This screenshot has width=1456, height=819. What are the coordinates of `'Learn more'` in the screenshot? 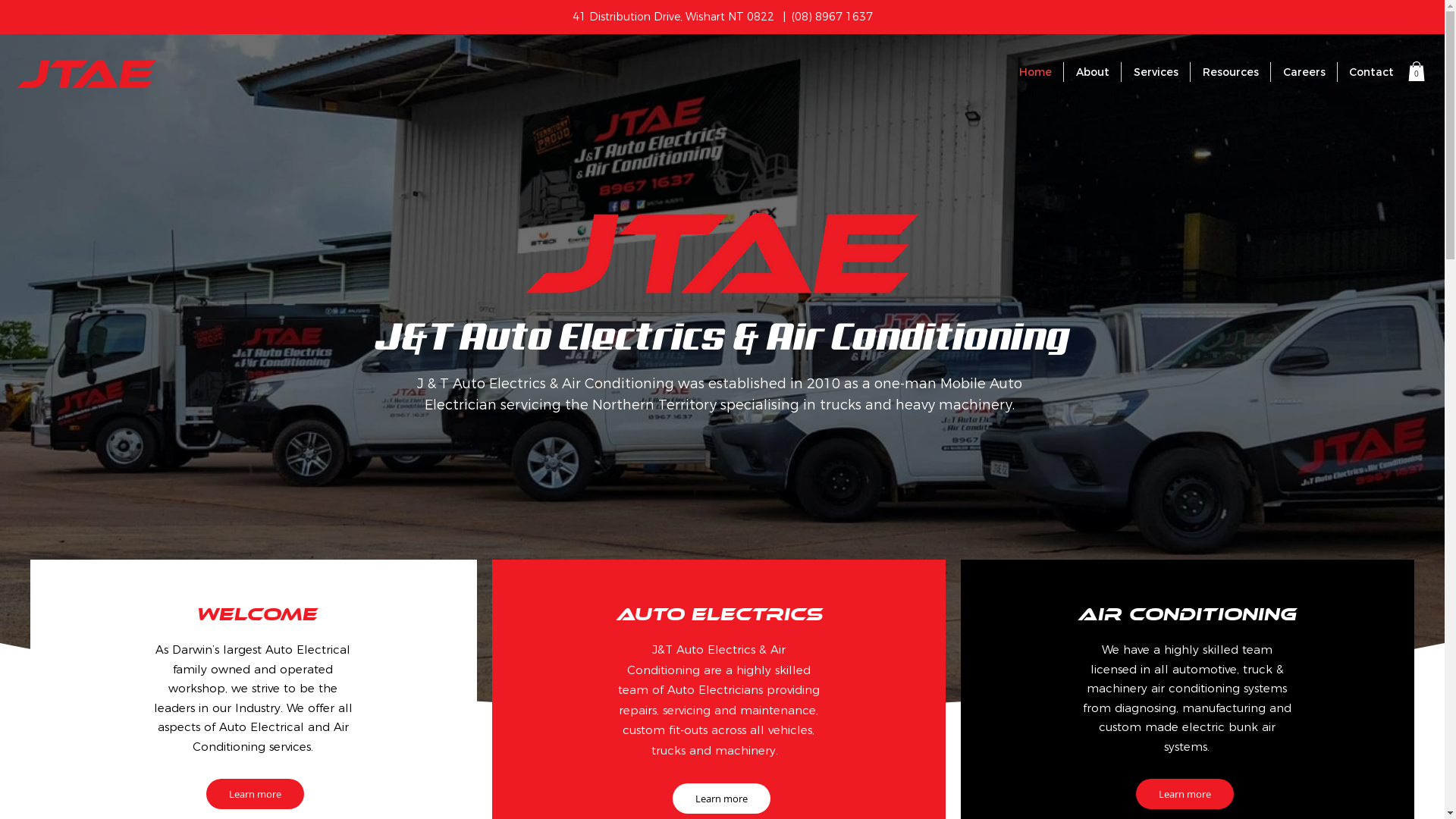 It's located at (1184, 792).